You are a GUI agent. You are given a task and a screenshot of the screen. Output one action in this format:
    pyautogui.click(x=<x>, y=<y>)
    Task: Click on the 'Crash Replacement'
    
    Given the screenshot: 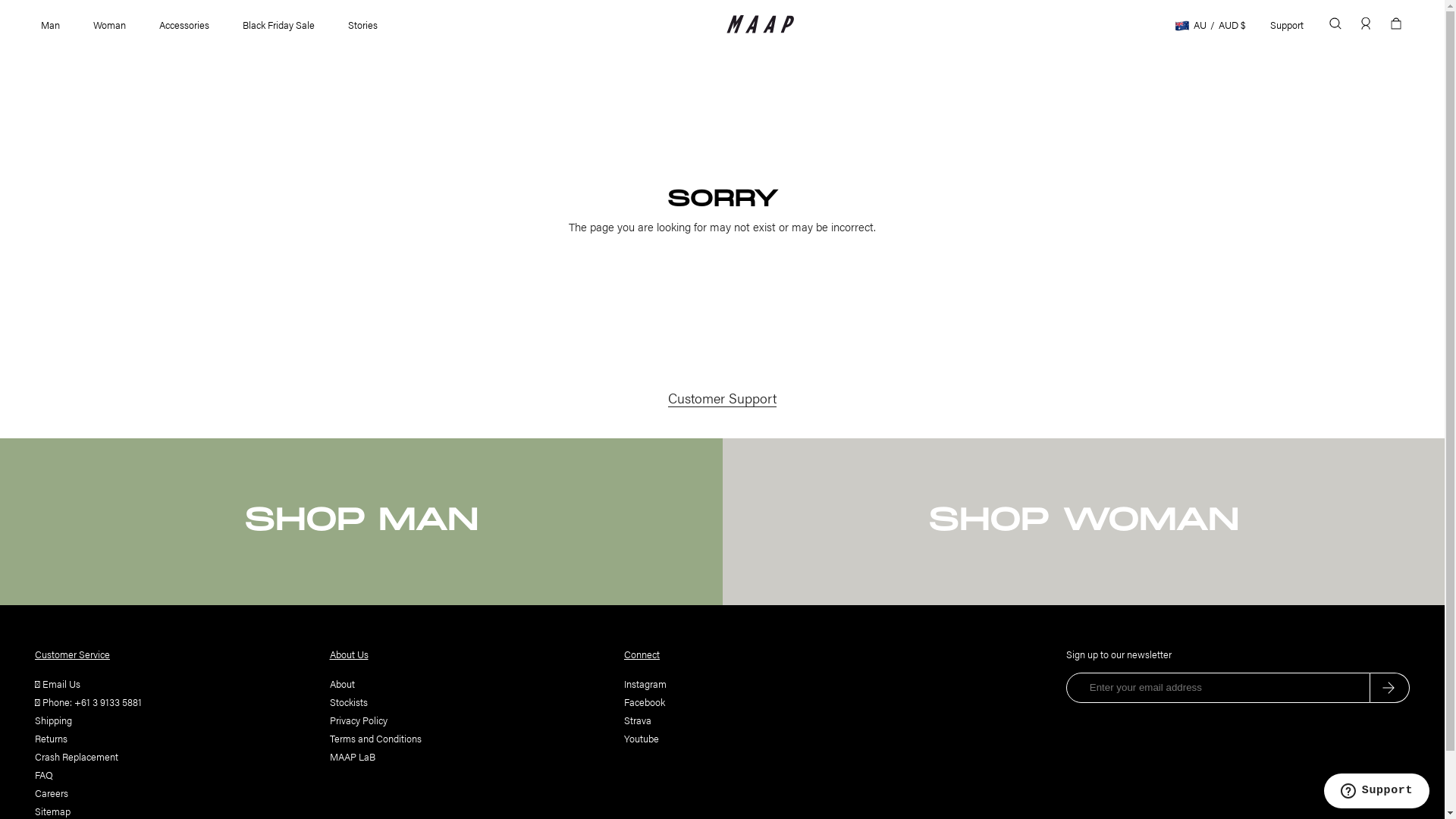 What is the action you would take?
    pyautogui.click(x=75, y=756)
    